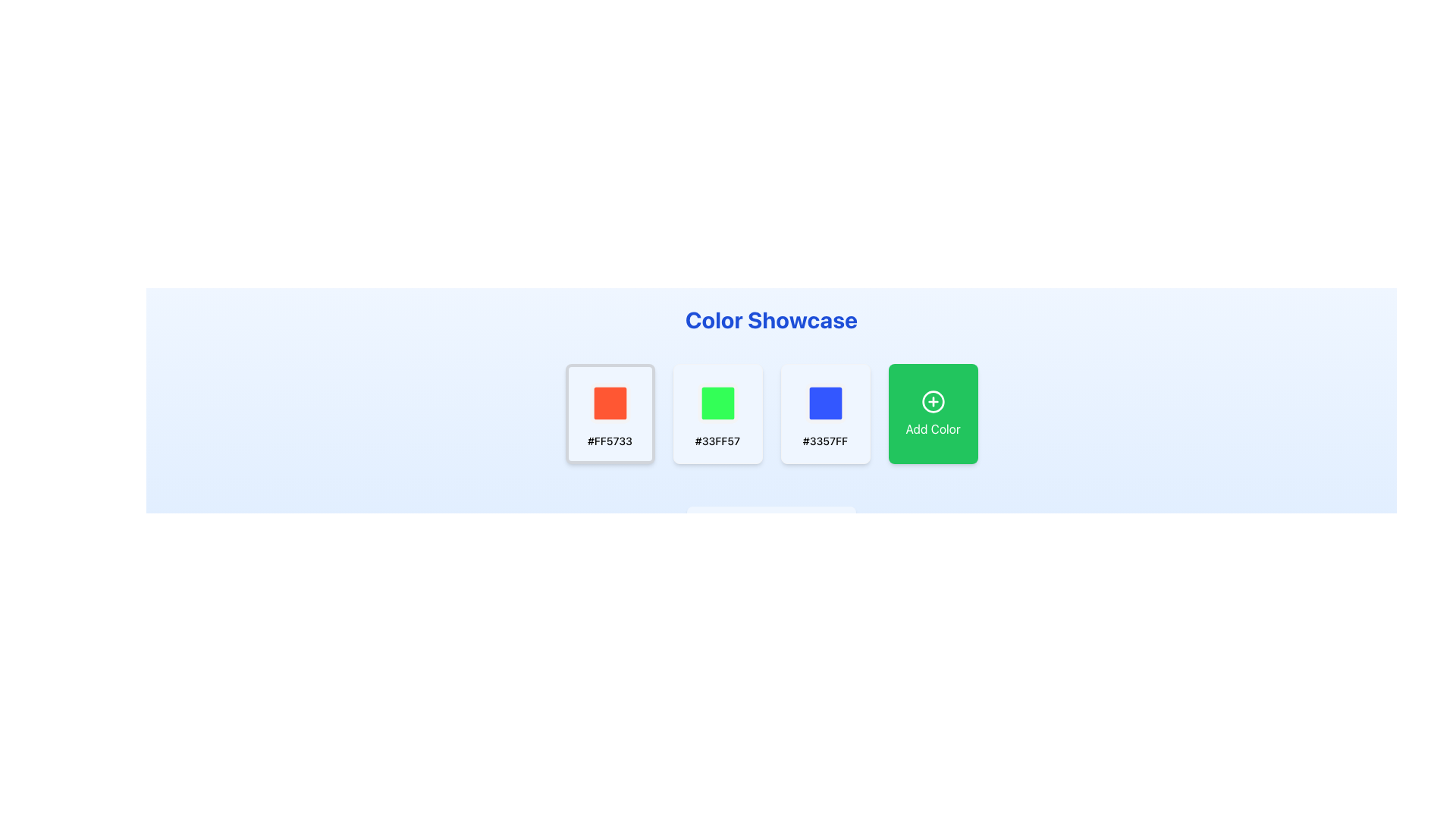 The width and height of the screenshot is (1456, 819). What do you see at coordinates (824, 403) in the screenshot?
I see `the central blue square color preview element representing the color '#3357FF'` at bounding box center [824, 403].